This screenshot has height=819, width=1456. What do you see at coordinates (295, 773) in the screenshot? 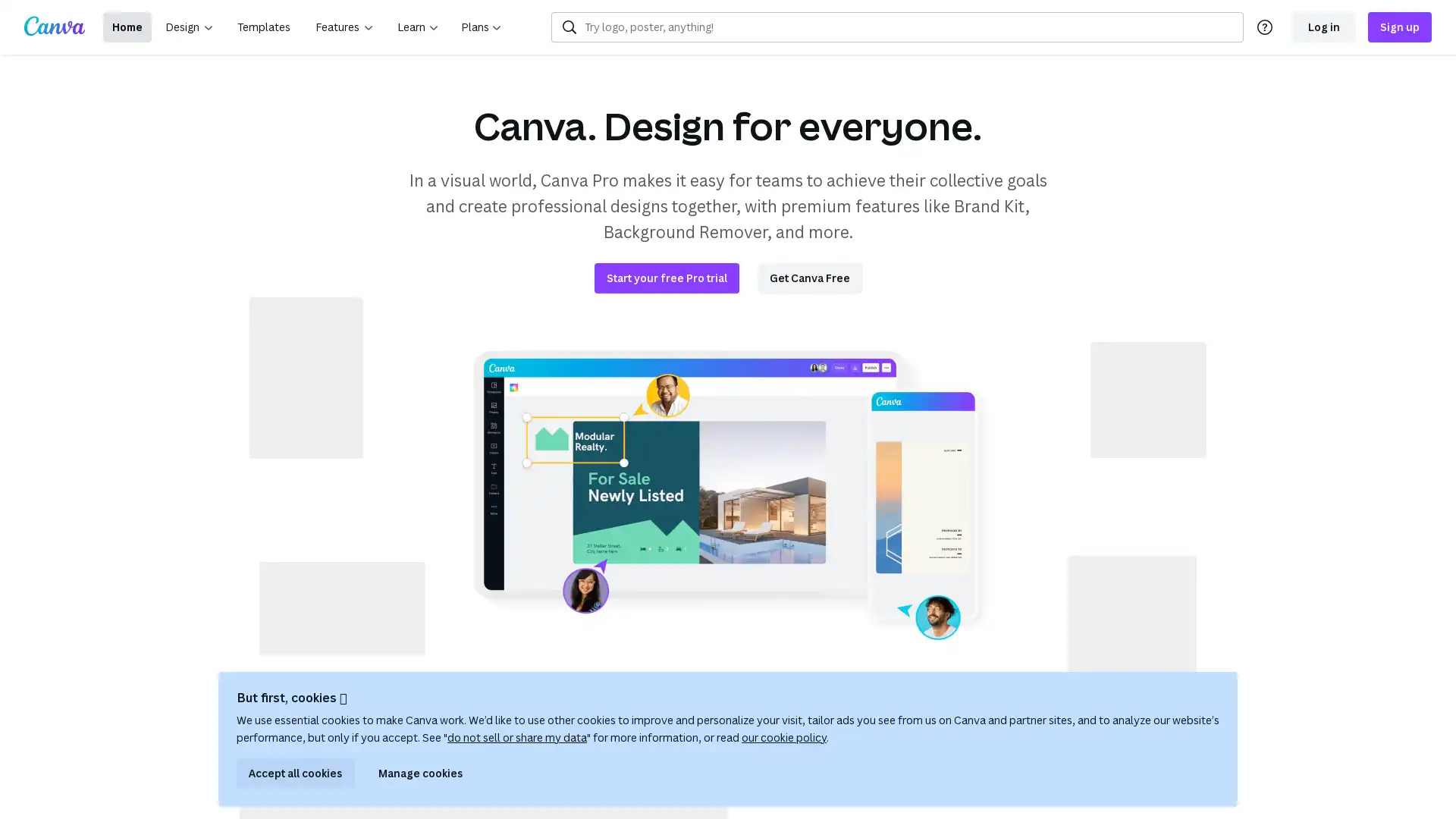
I see `Accept all cookies` at bounding box center [295, 773].